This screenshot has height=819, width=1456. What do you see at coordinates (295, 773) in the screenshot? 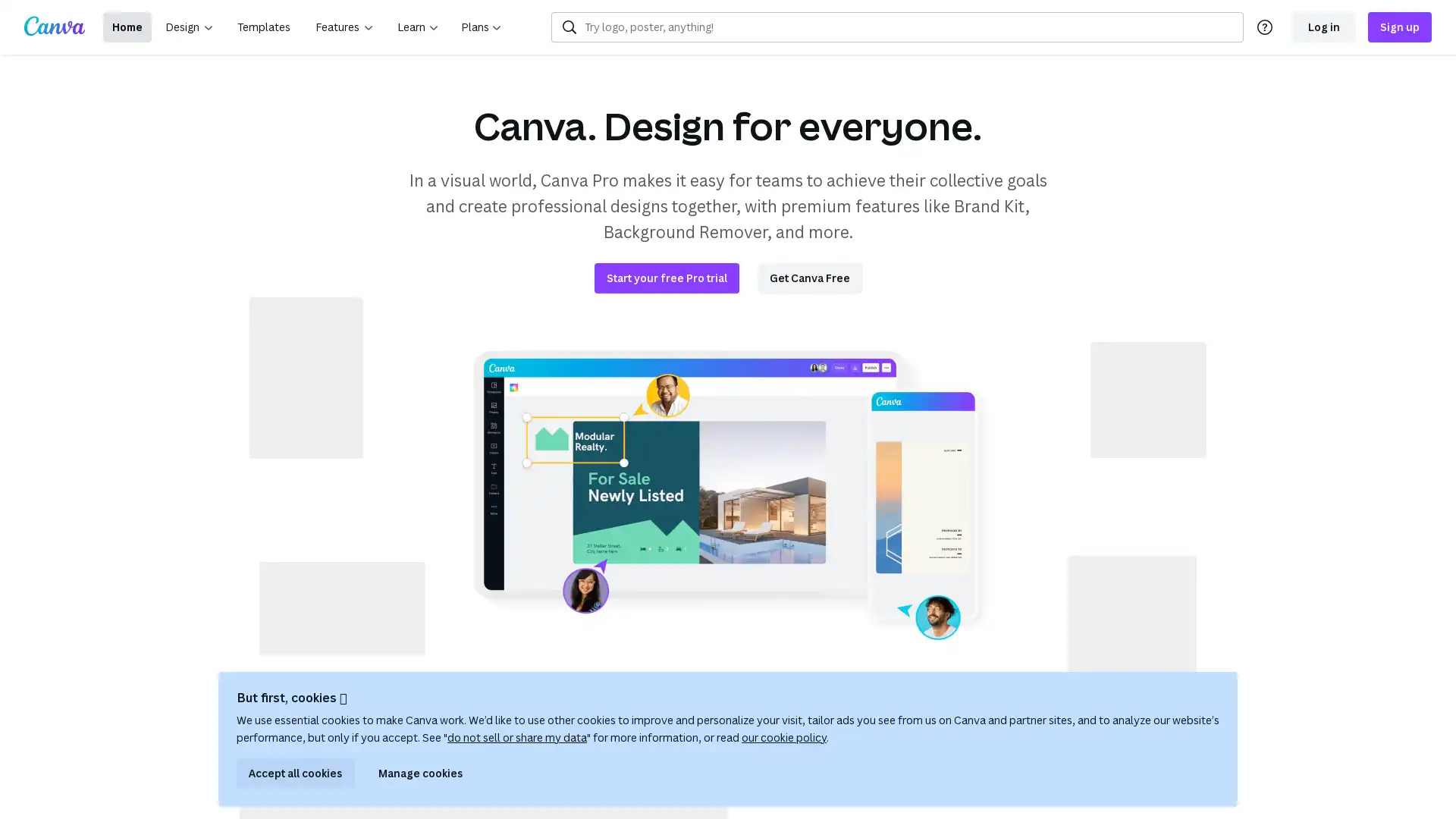
I see `Accept all cookies` at bounding box center [295, 773].